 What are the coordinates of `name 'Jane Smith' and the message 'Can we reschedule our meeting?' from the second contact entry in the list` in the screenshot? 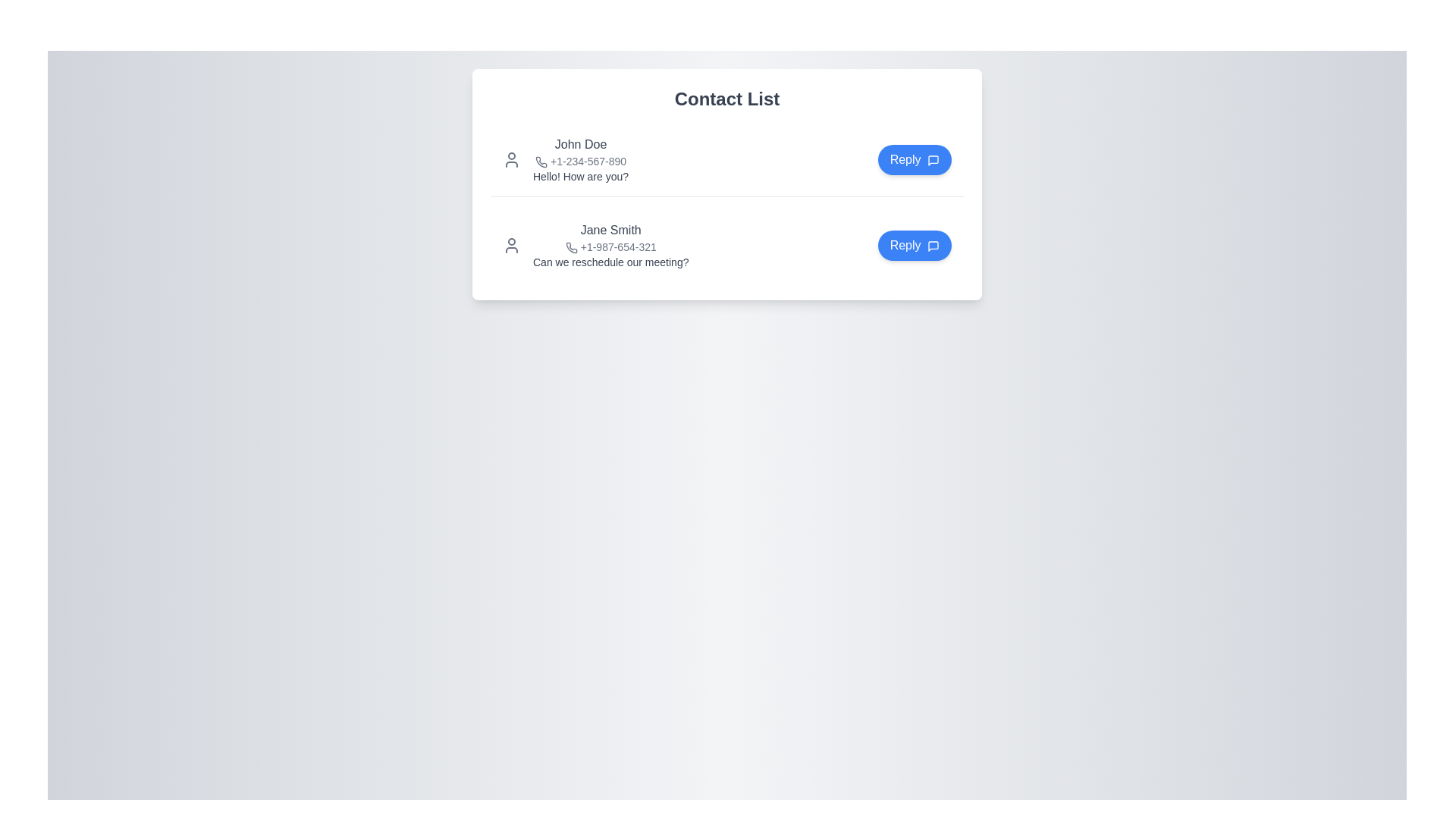 It's located at (595, 245).